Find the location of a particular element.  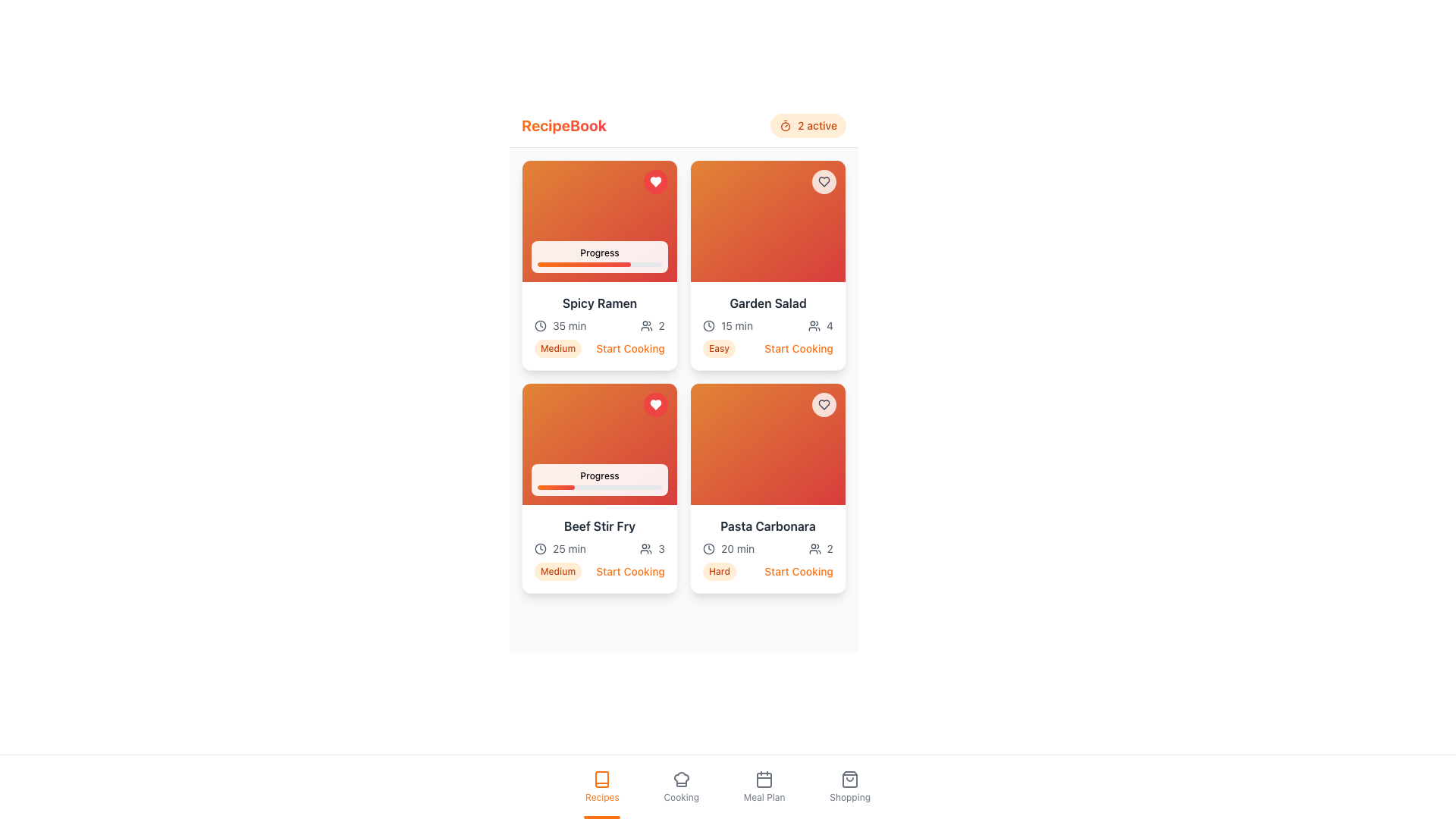

the hyperlink located at the bottom-right corner of the 'Beef Stir Fry' card is located at coordinates (630, 571).